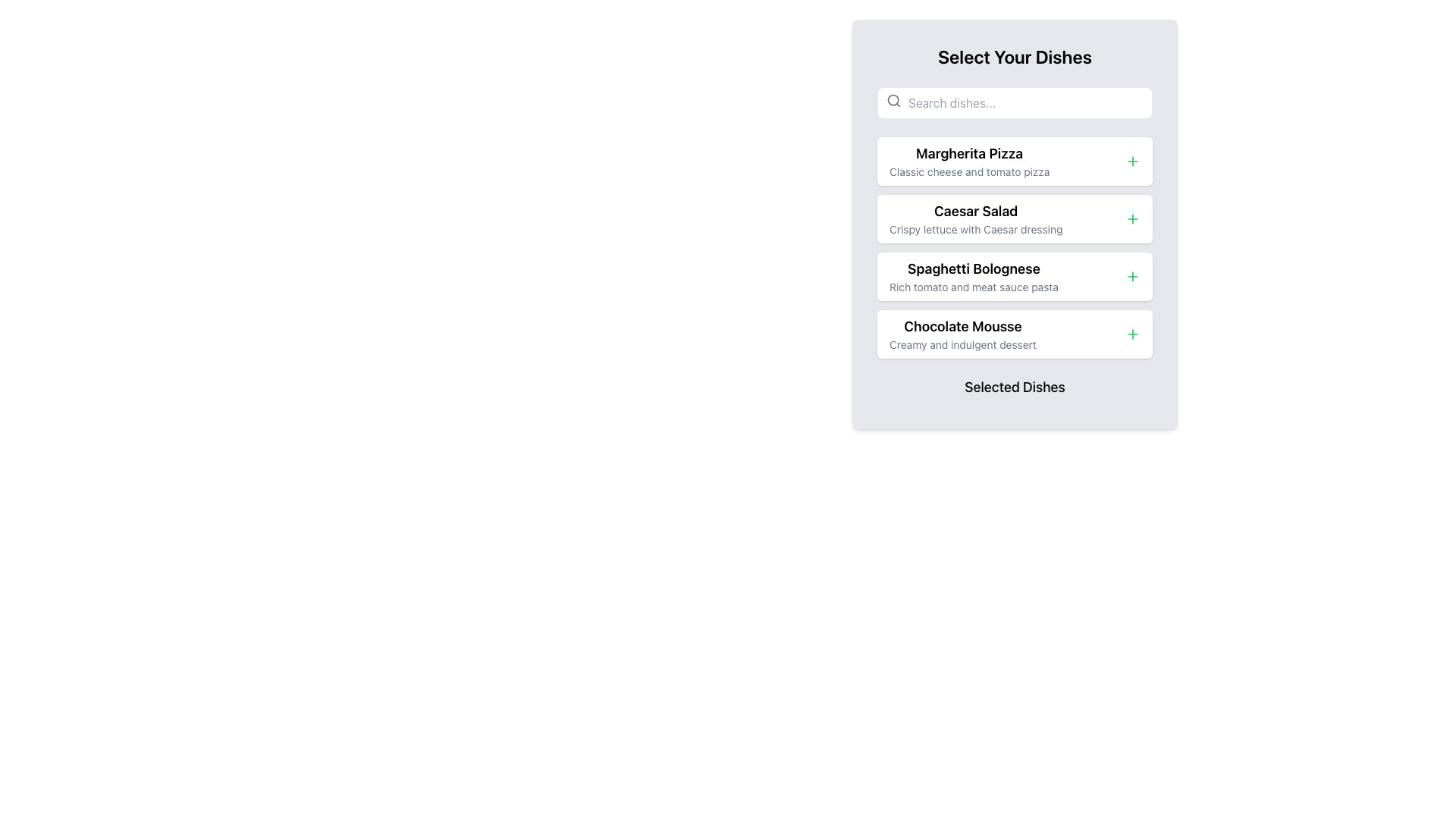 The image size is (1456, 819). I want to click on textual description of the 'Chocolate Mousse' menu item located below the bold title 'Chocolate Mousse', so click(962, 345).